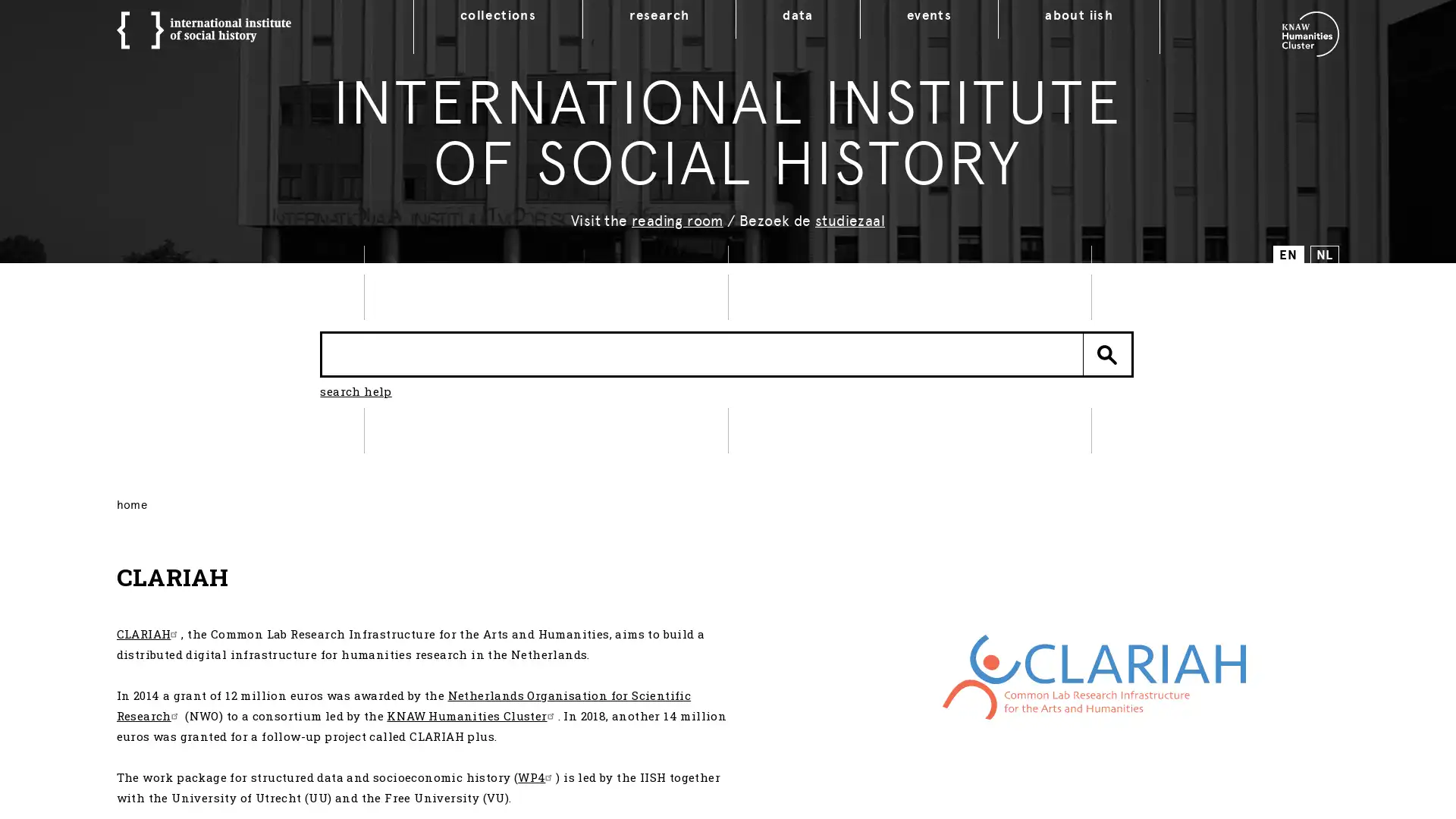 This screenshot has width=1456, height=819. I want to click on Search, so click(1107, 353).